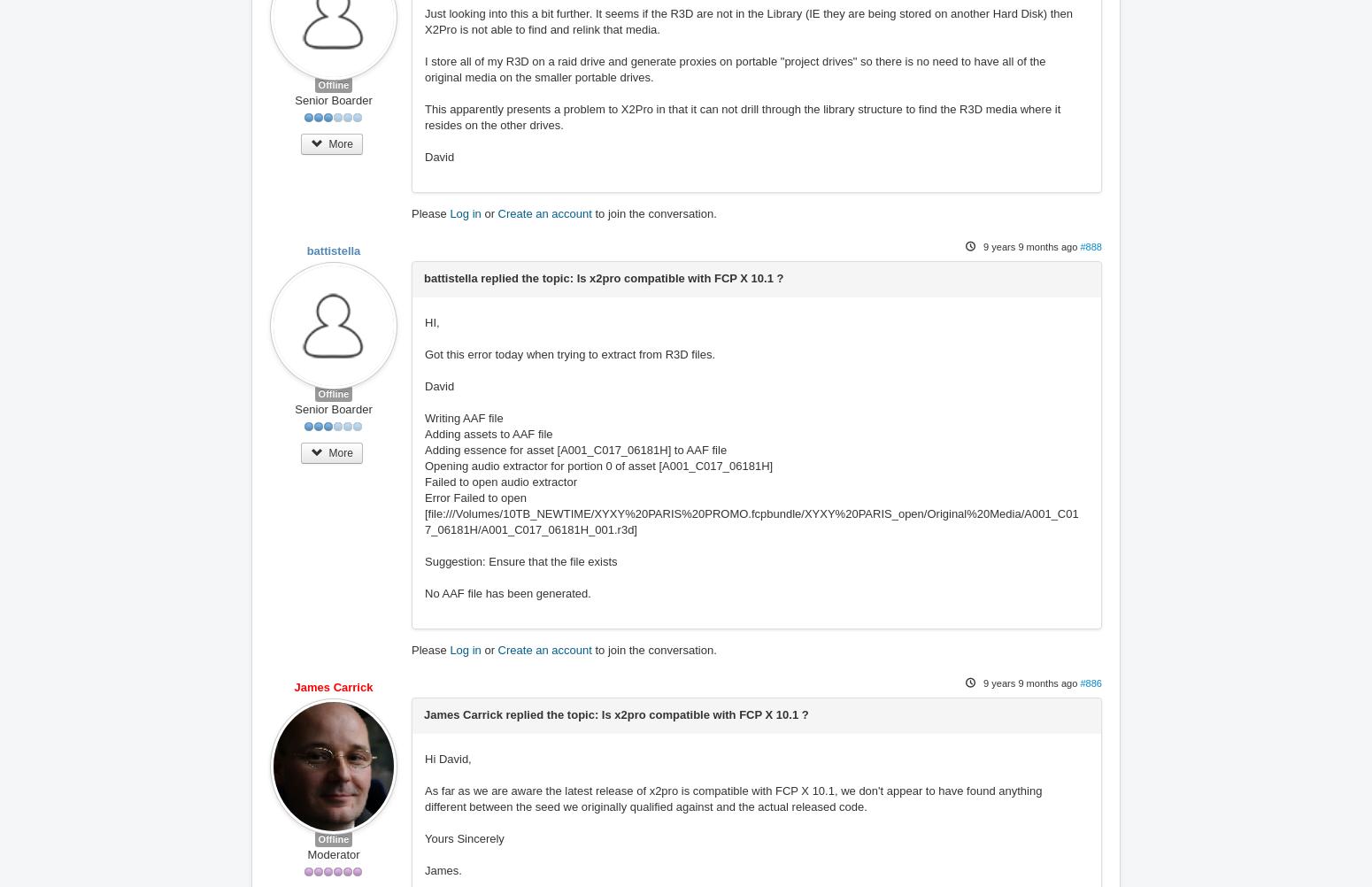  I want to click on 'Writing AAF file', so click(424, 417).